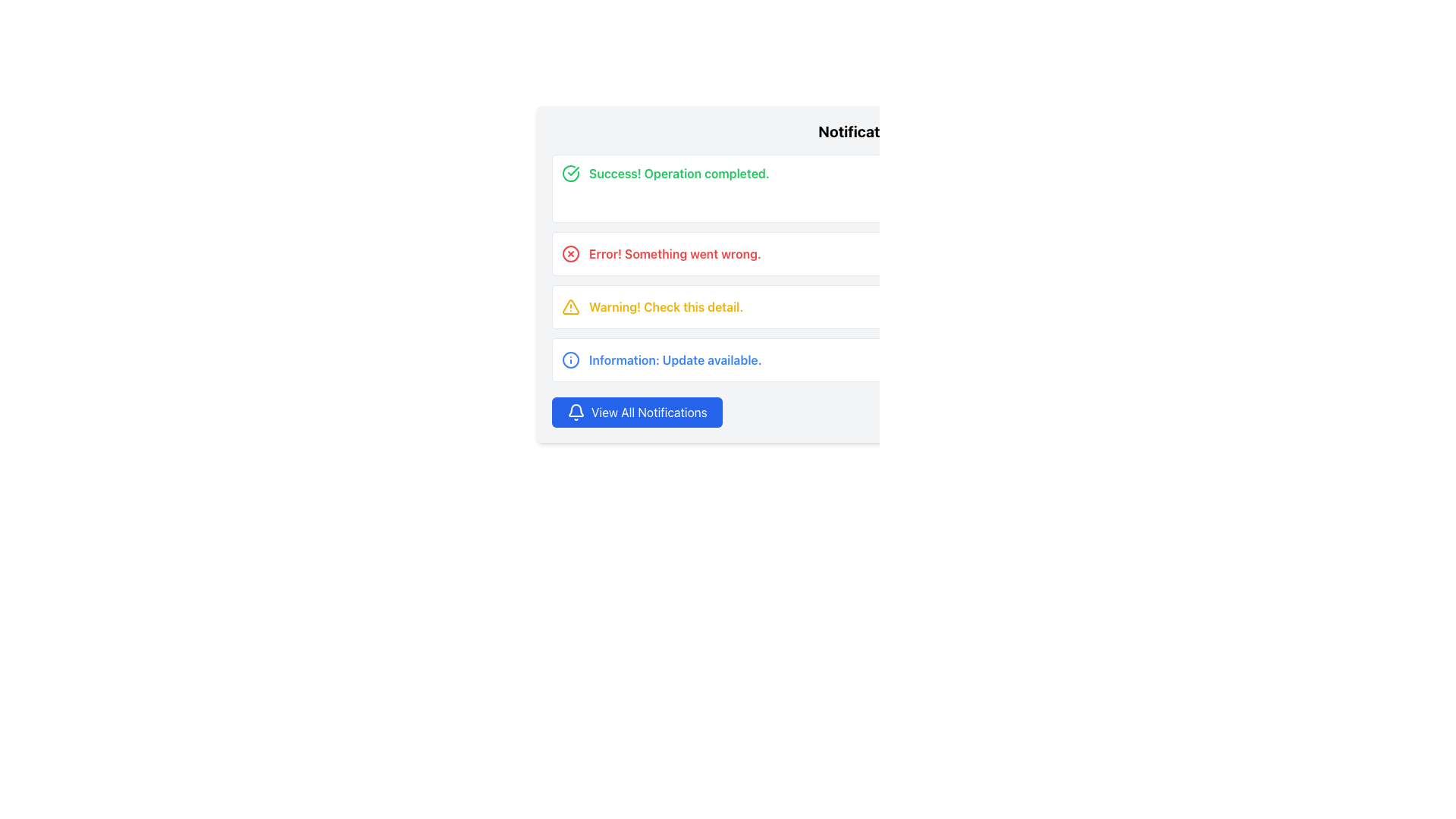  I want to click on the triangular warning icon with a yellow fill and bold outline, located in the third notification row, which has an exclamation mark inside, so click(570, 307).